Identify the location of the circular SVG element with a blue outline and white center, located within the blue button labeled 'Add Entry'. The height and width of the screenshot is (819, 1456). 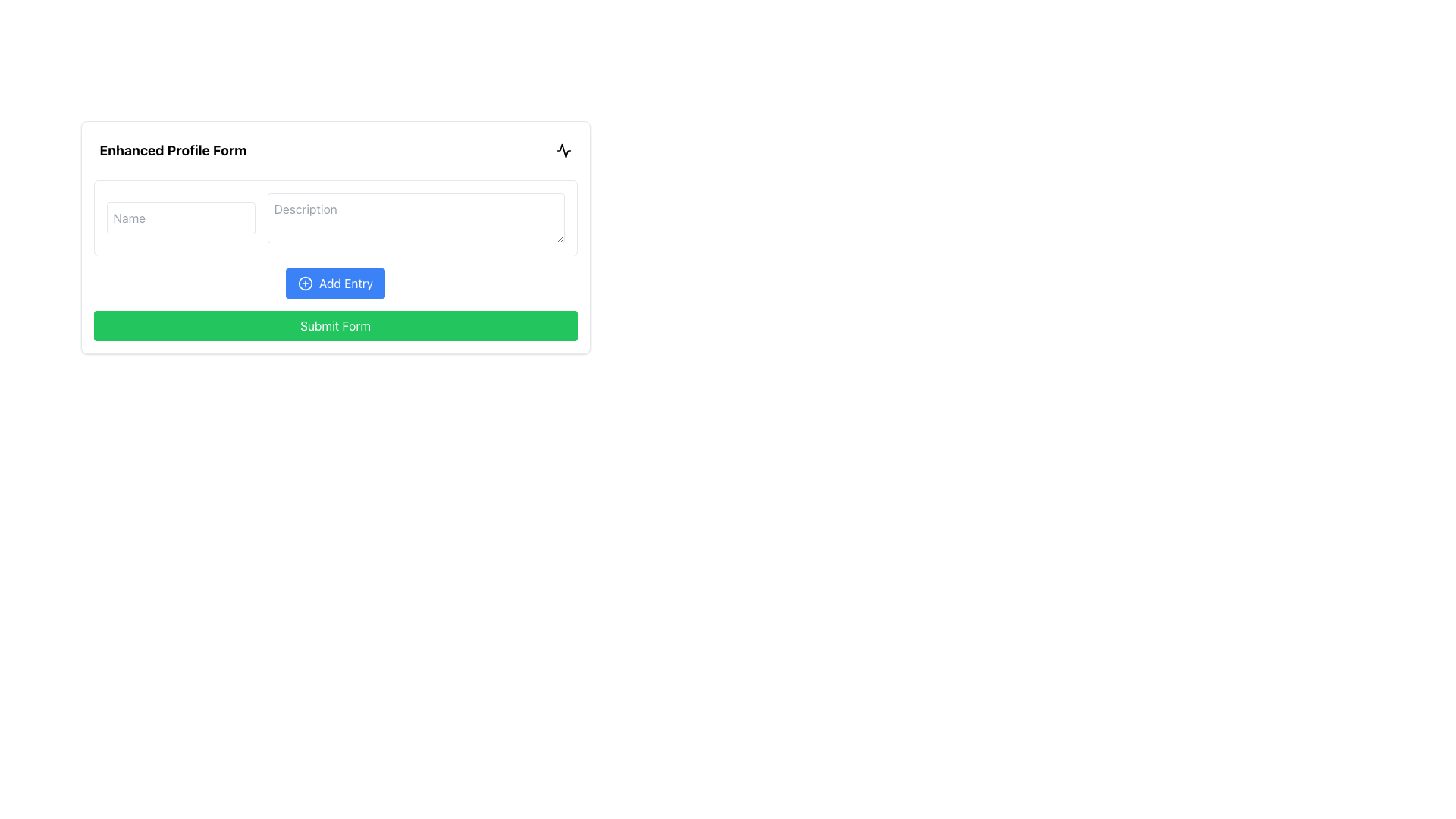
(304, 284).